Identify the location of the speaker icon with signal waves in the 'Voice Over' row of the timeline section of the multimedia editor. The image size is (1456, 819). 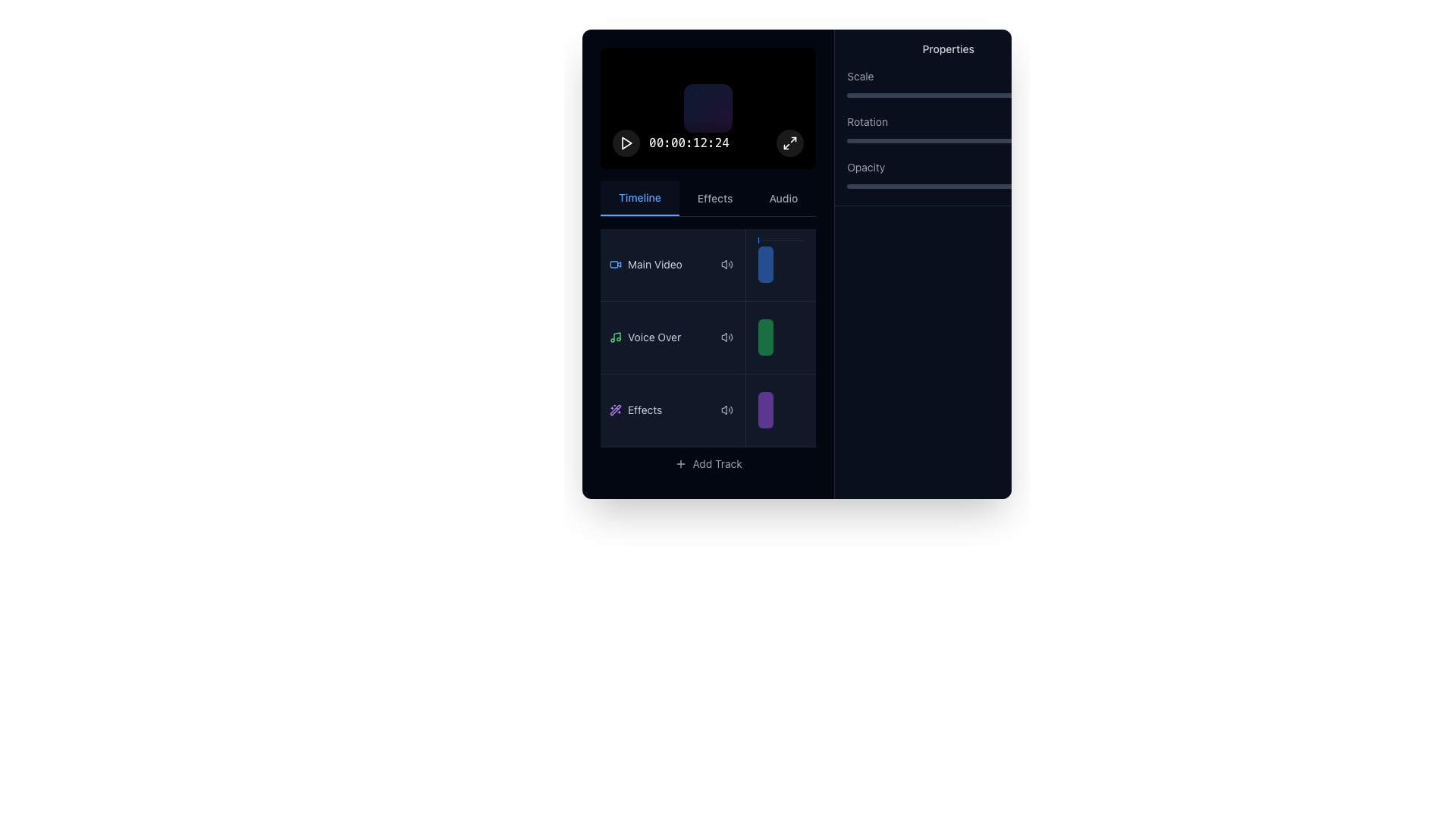
(726, 336).